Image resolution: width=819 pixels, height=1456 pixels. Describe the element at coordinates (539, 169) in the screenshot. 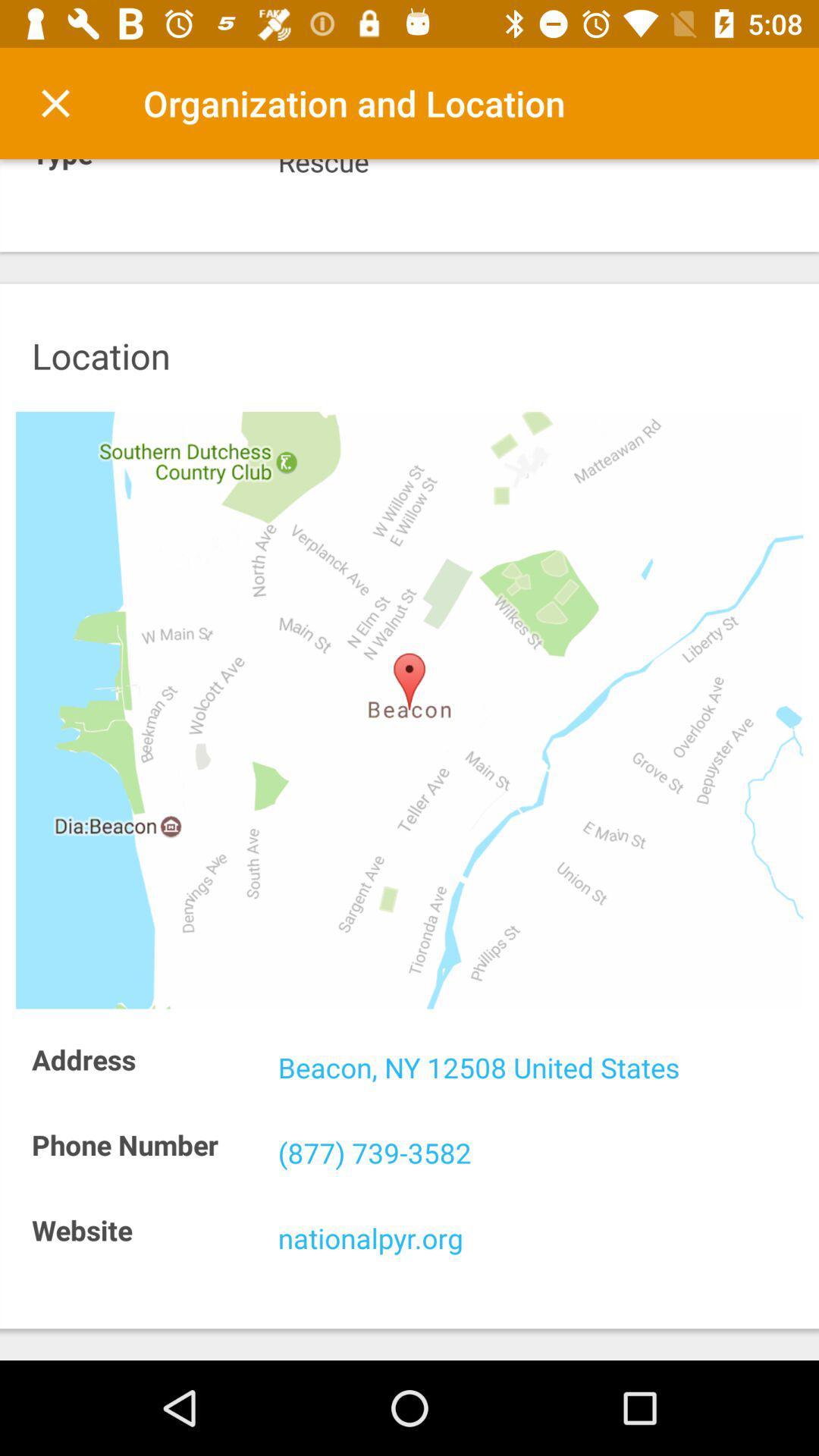

I see `the item next to type icon` at that location.